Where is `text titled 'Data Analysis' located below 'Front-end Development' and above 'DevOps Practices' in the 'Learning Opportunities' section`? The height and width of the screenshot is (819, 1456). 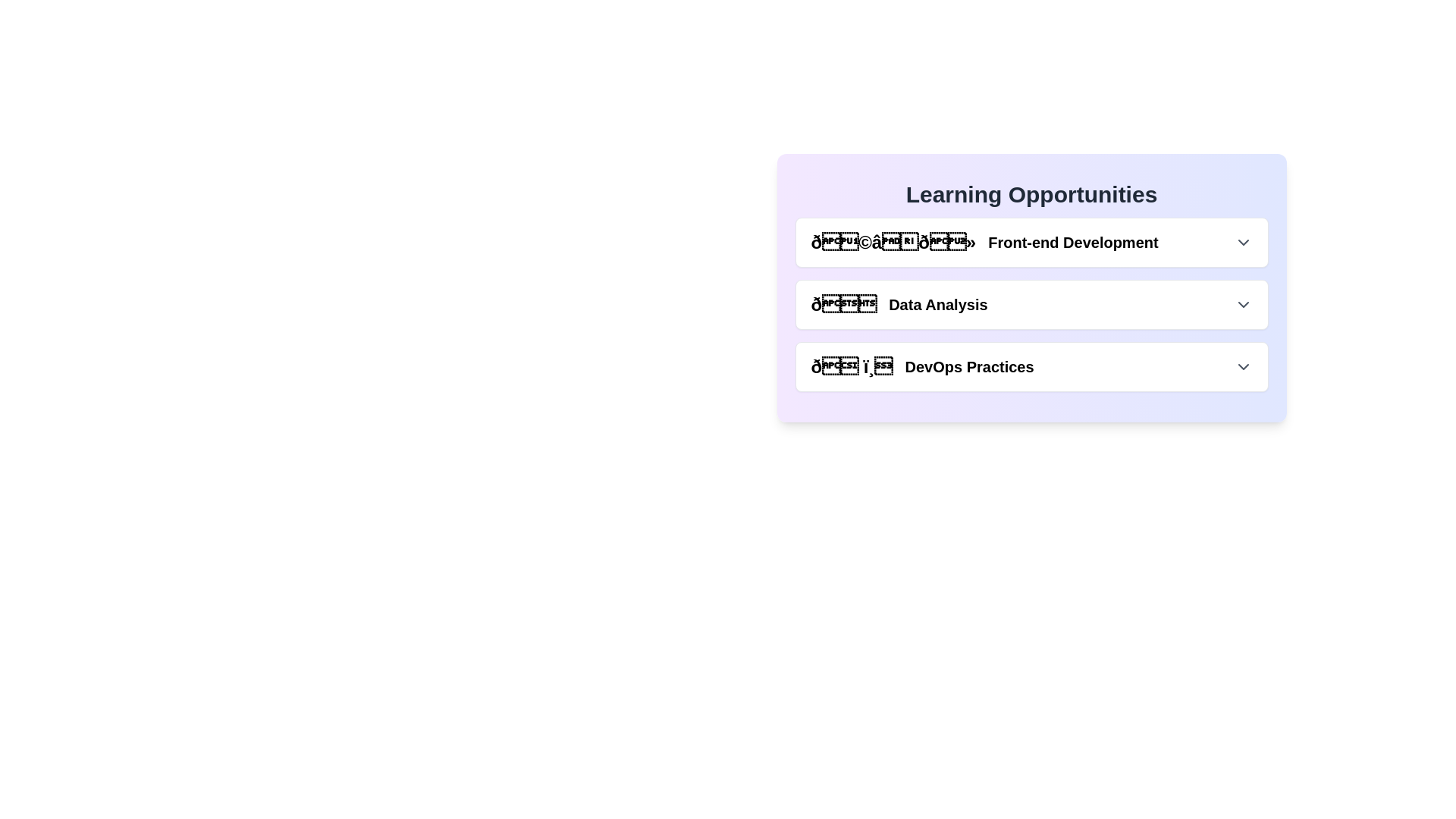 text titled 'Data Analysis' located below 'Front-end Development' and above 'DevOps Practices' in the 'Learning Opportunities' section is located at coordinates (899, 304).